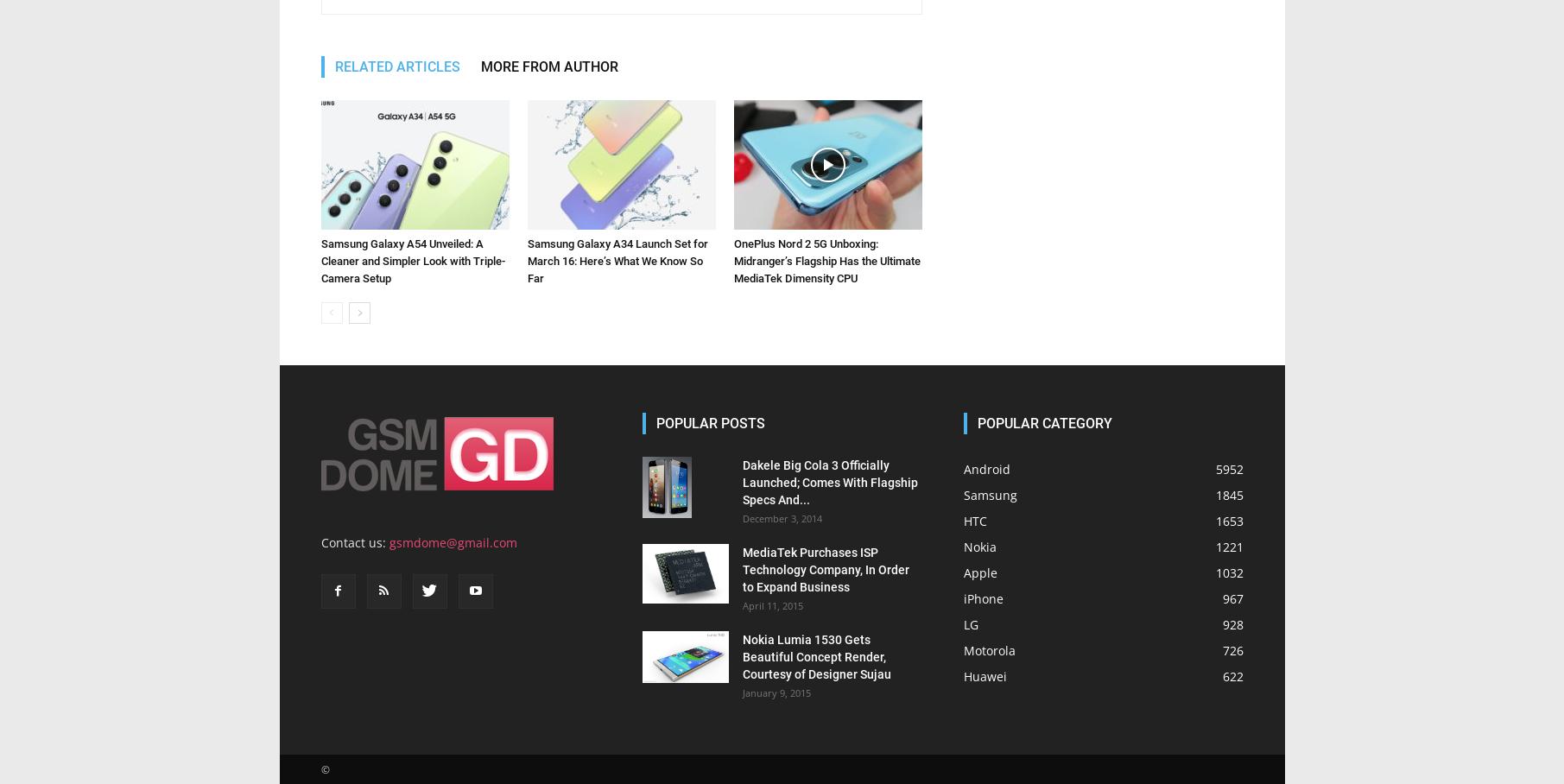  I want to click on 'POPULAR POSTS', so click(710, 422).